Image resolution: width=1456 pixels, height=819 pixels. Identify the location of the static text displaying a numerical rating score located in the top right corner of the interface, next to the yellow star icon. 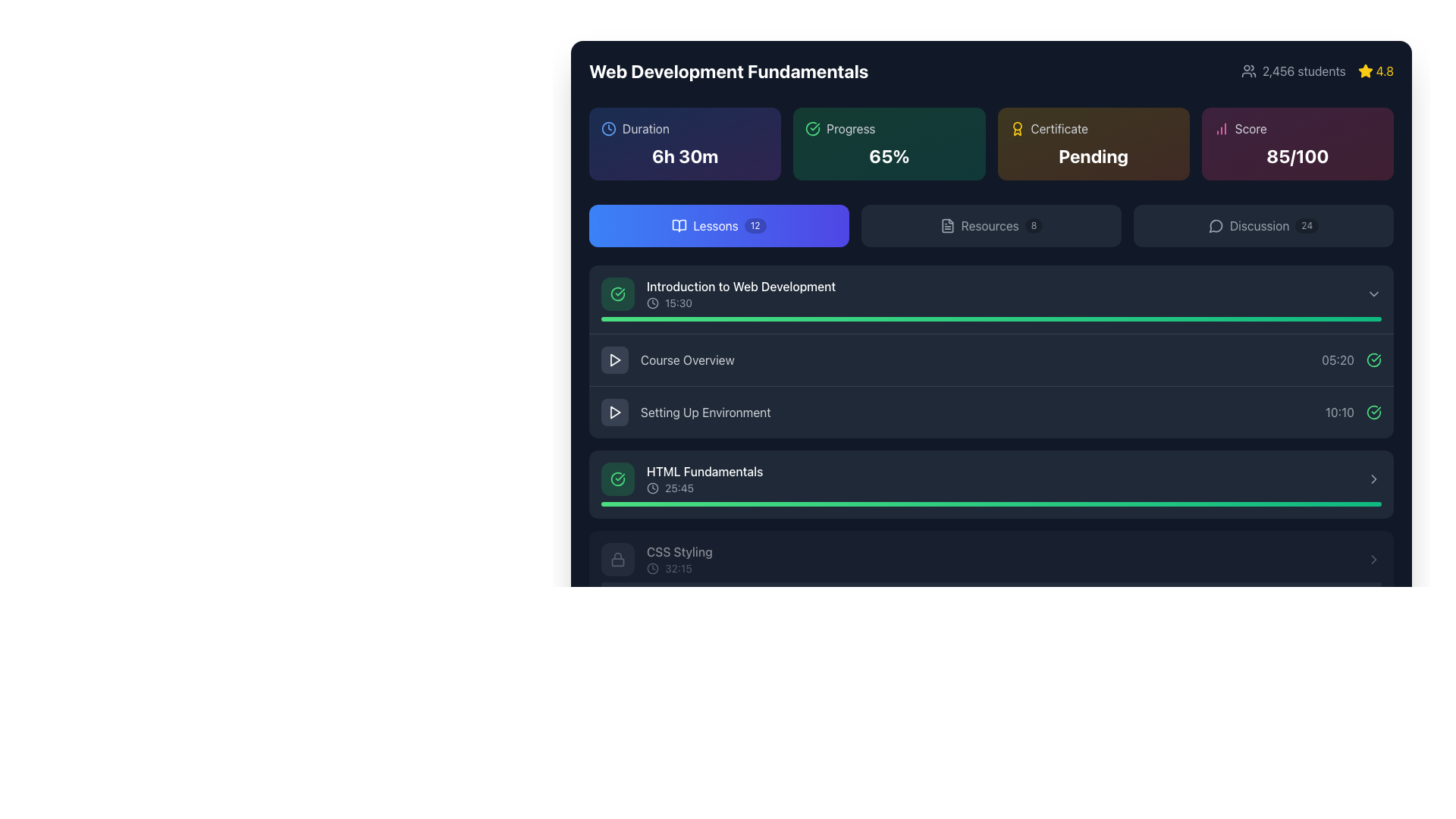
(1385, 71).